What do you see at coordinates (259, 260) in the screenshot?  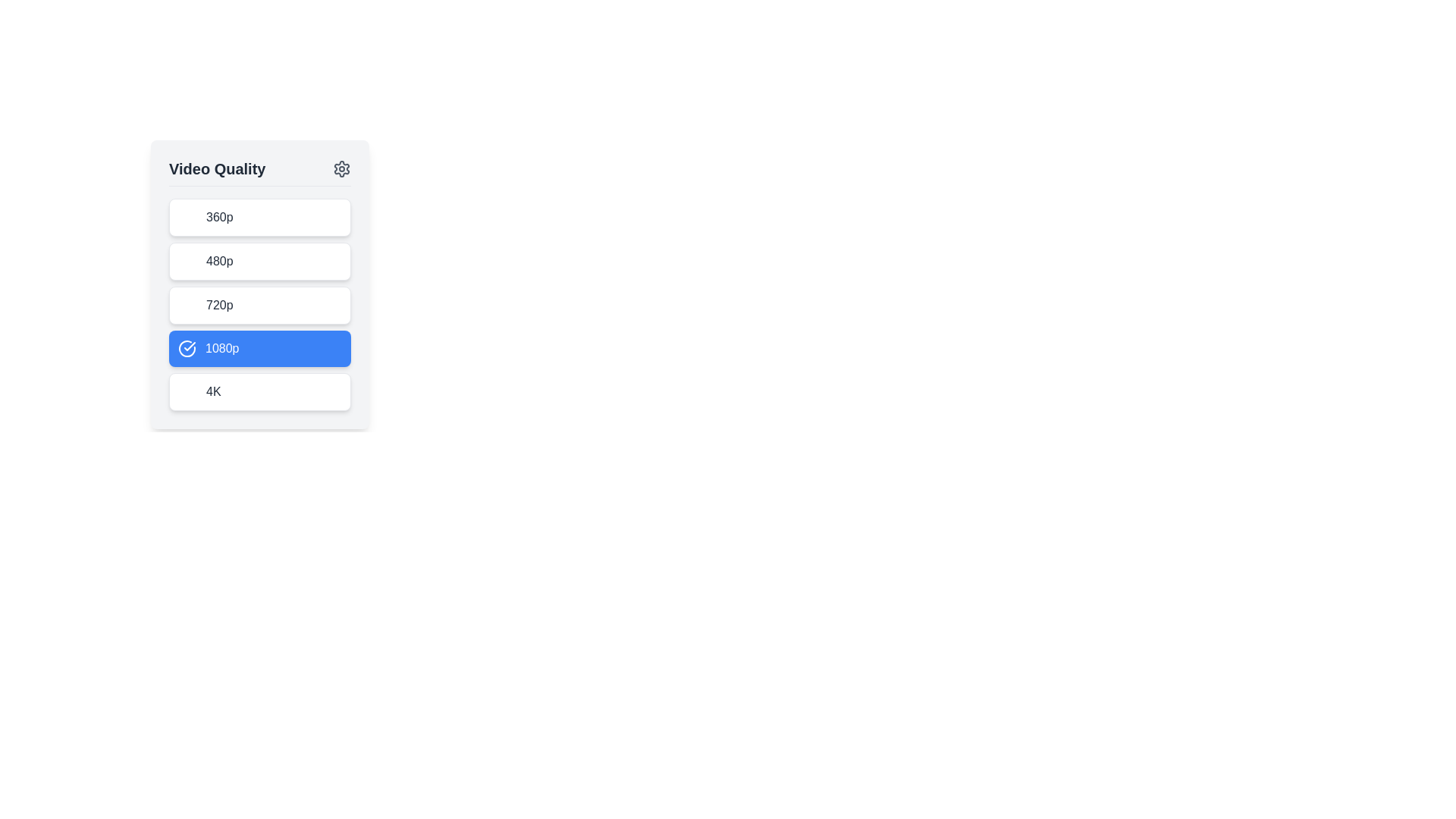 I see `the second button in the vertically organized list of video quality options` at bounding box center [259, 260].